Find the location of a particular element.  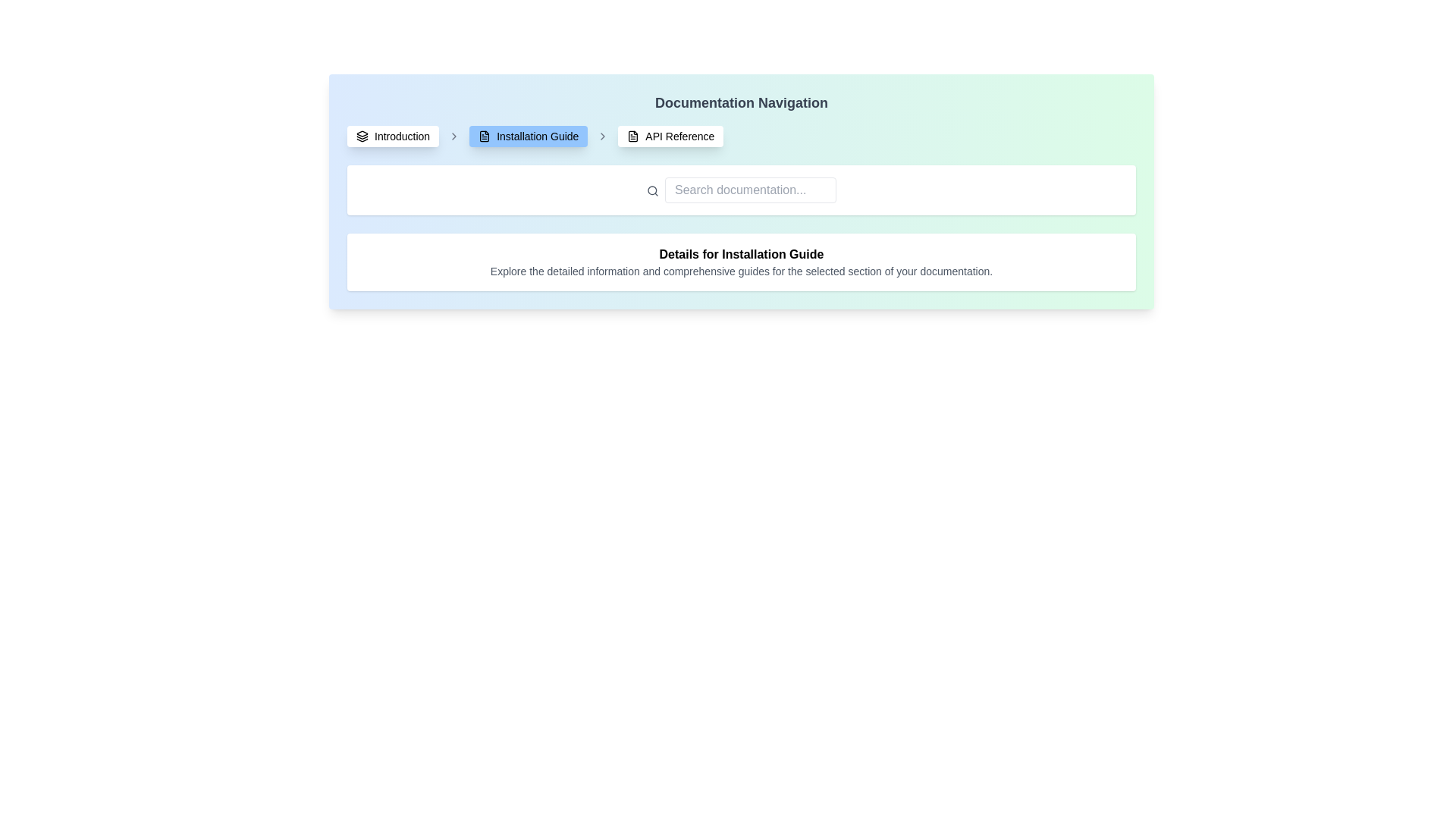

the 'API Reference' tab in the horizontal navigation bar is located at coordinates (670, 136).